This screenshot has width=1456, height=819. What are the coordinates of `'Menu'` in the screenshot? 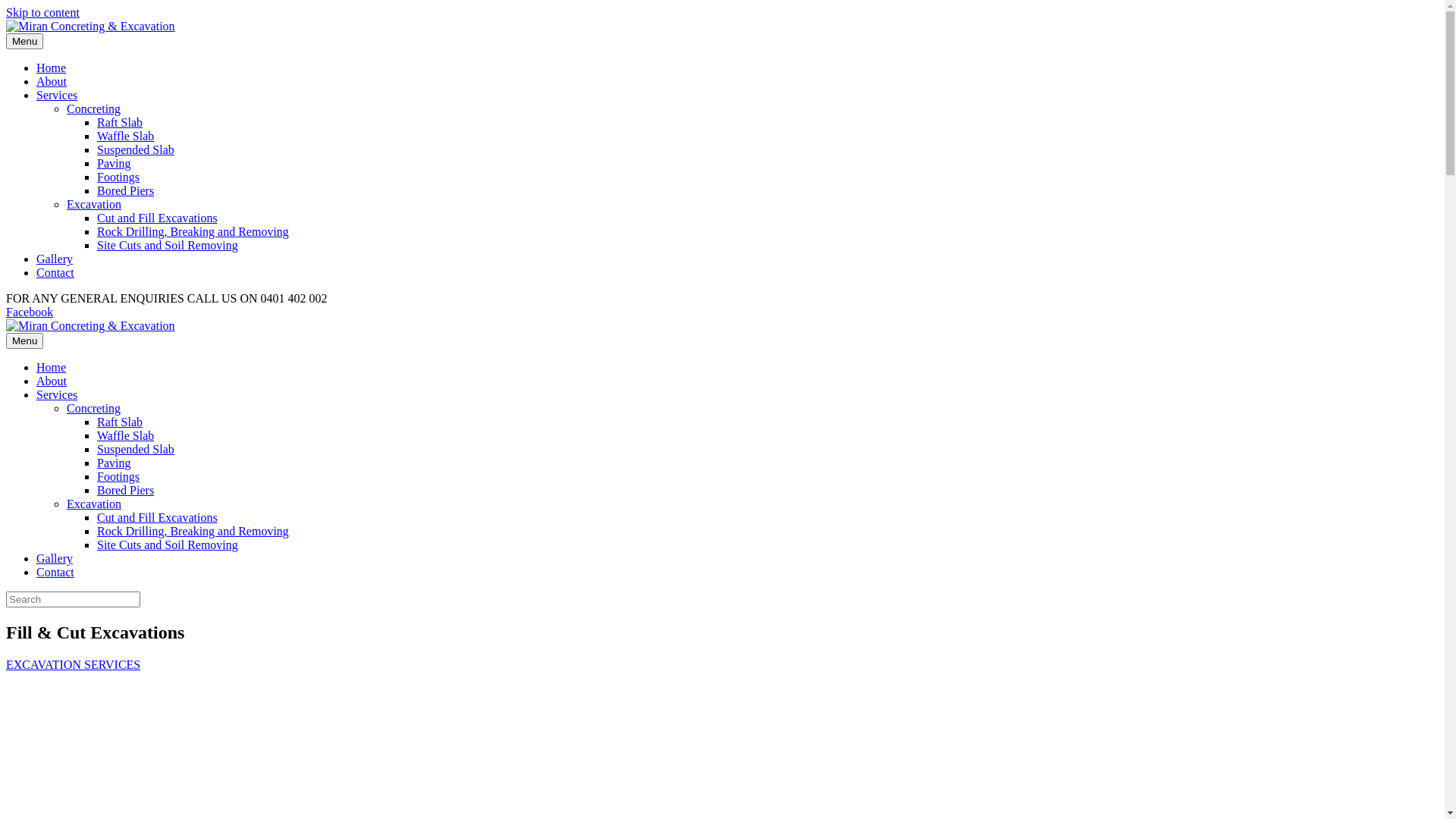 It's located at (24, 340).